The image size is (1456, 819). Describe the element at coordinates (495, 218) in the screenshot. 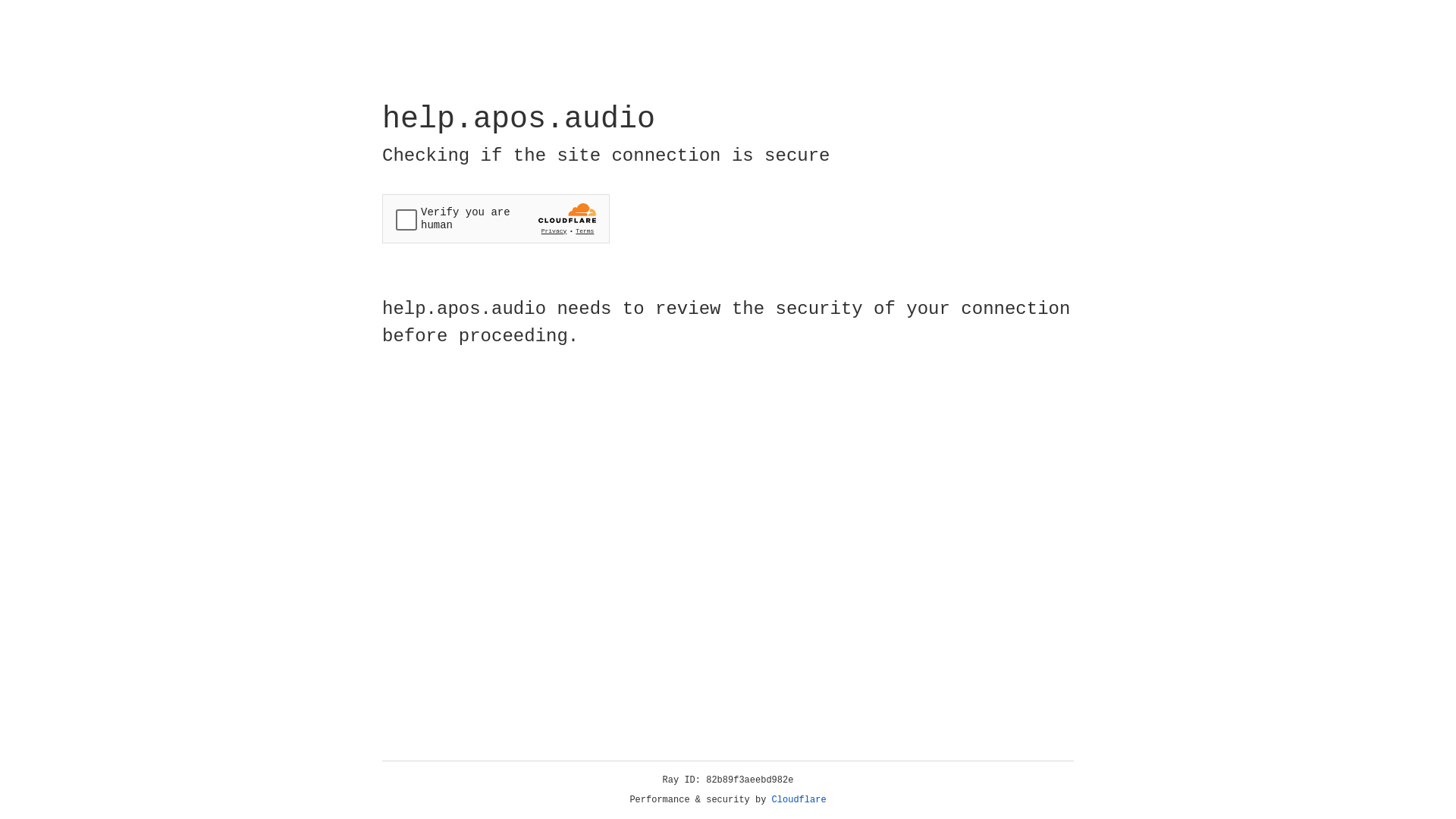

I see `'Widget containing a Cloudflare security challenge'` at that location.